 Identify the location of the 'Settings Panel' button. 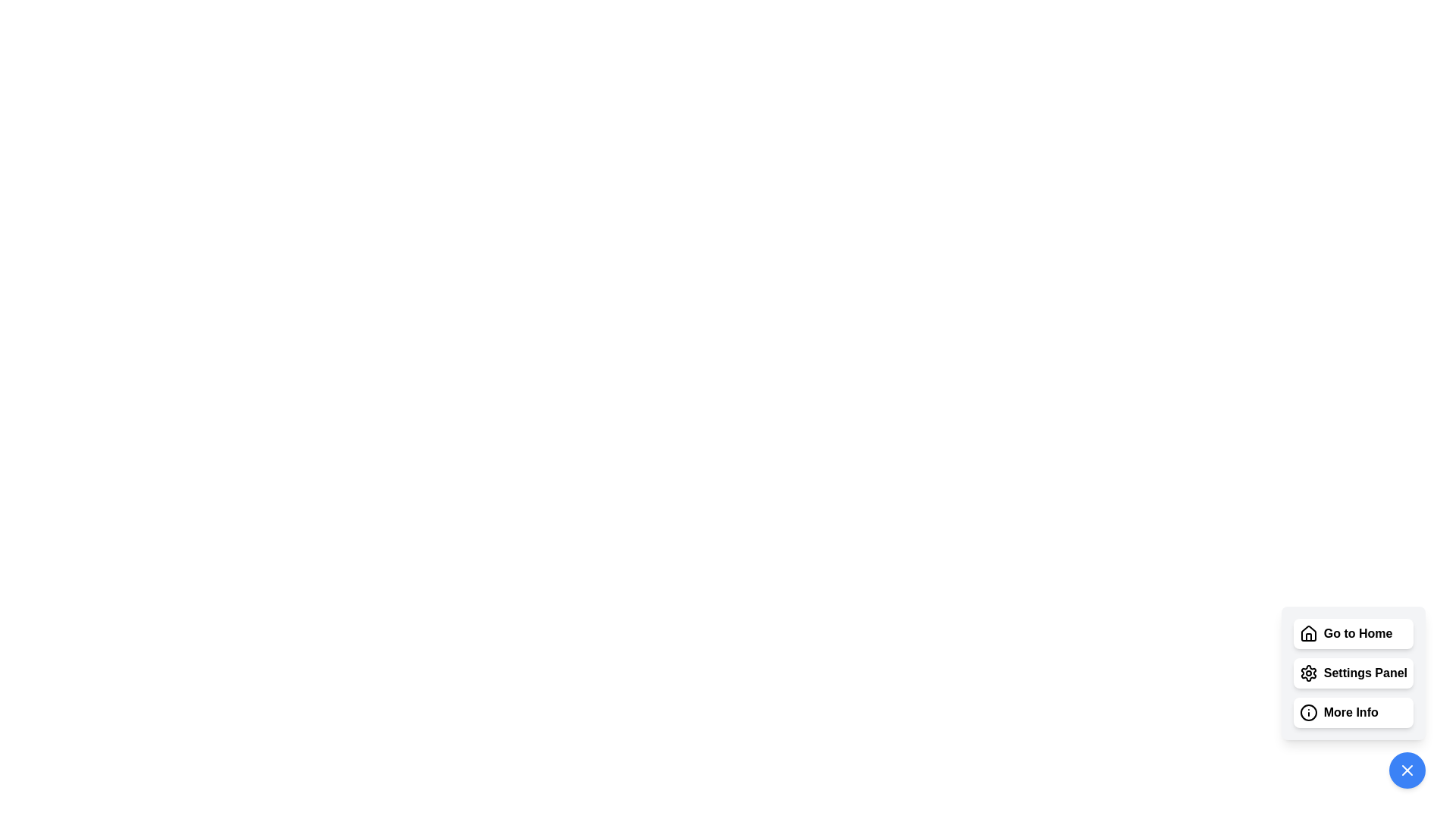
(1353, 672).